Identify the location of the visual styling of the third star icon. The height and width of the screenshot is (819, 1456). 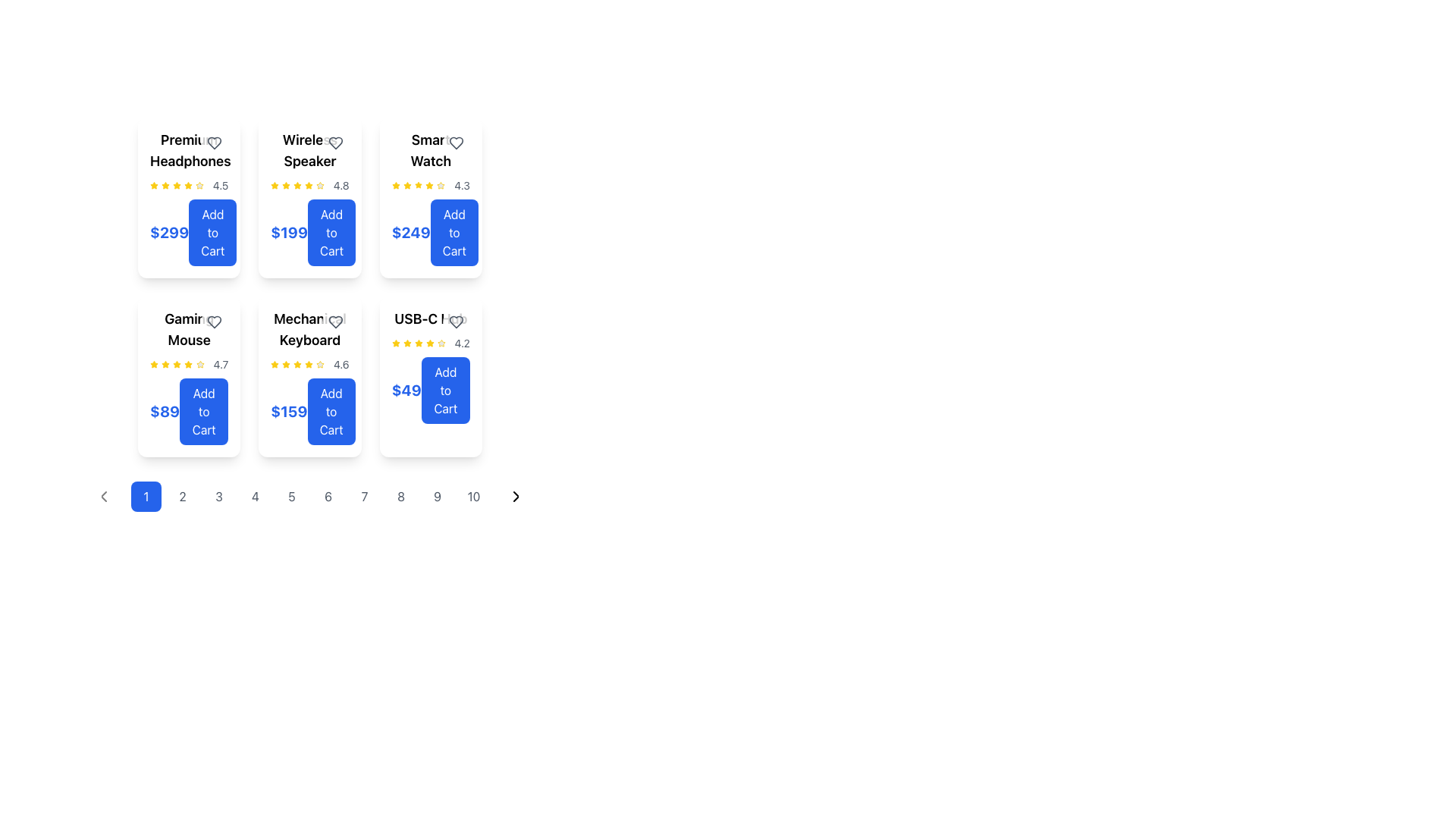
(165, 185).